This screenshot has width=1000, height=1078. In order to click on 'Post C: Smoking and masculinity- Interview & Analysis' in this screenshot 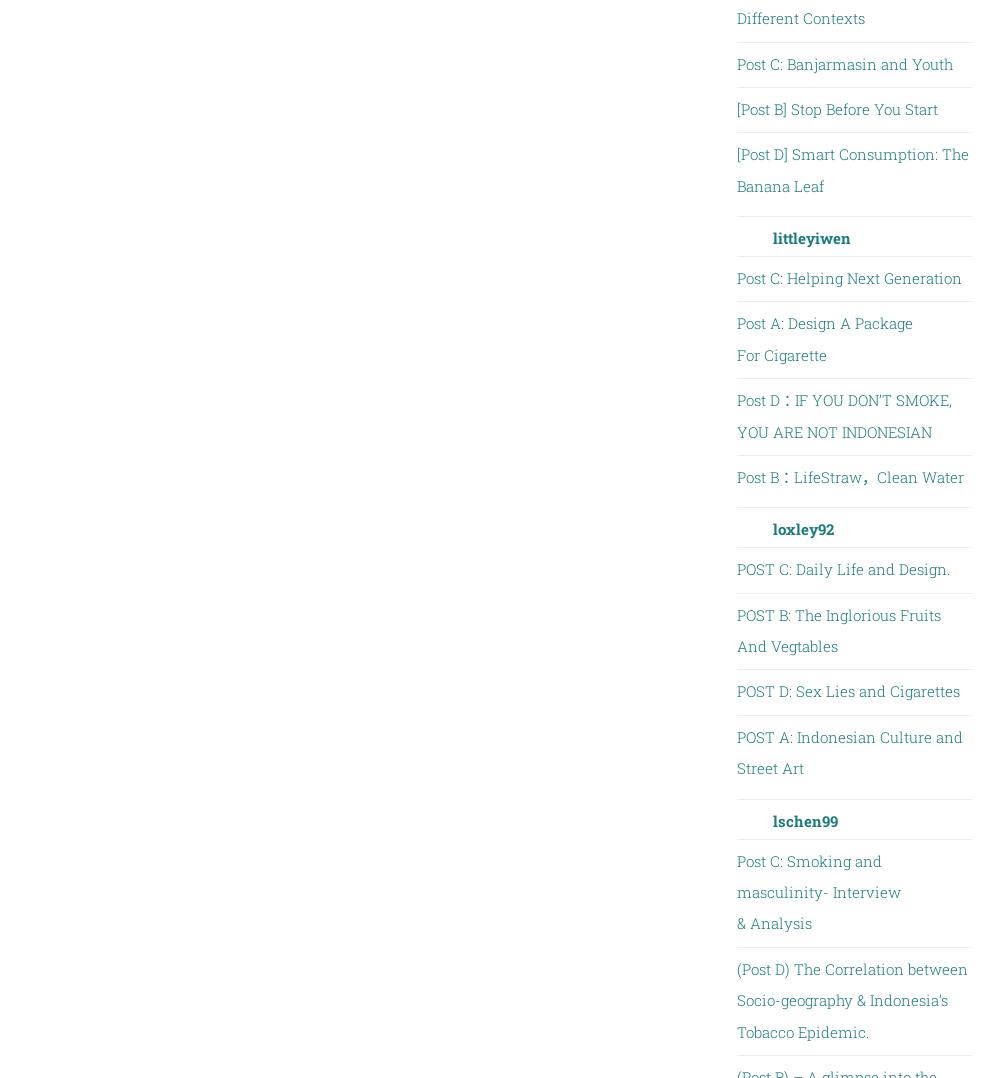, I will do `click(817, 891)`.